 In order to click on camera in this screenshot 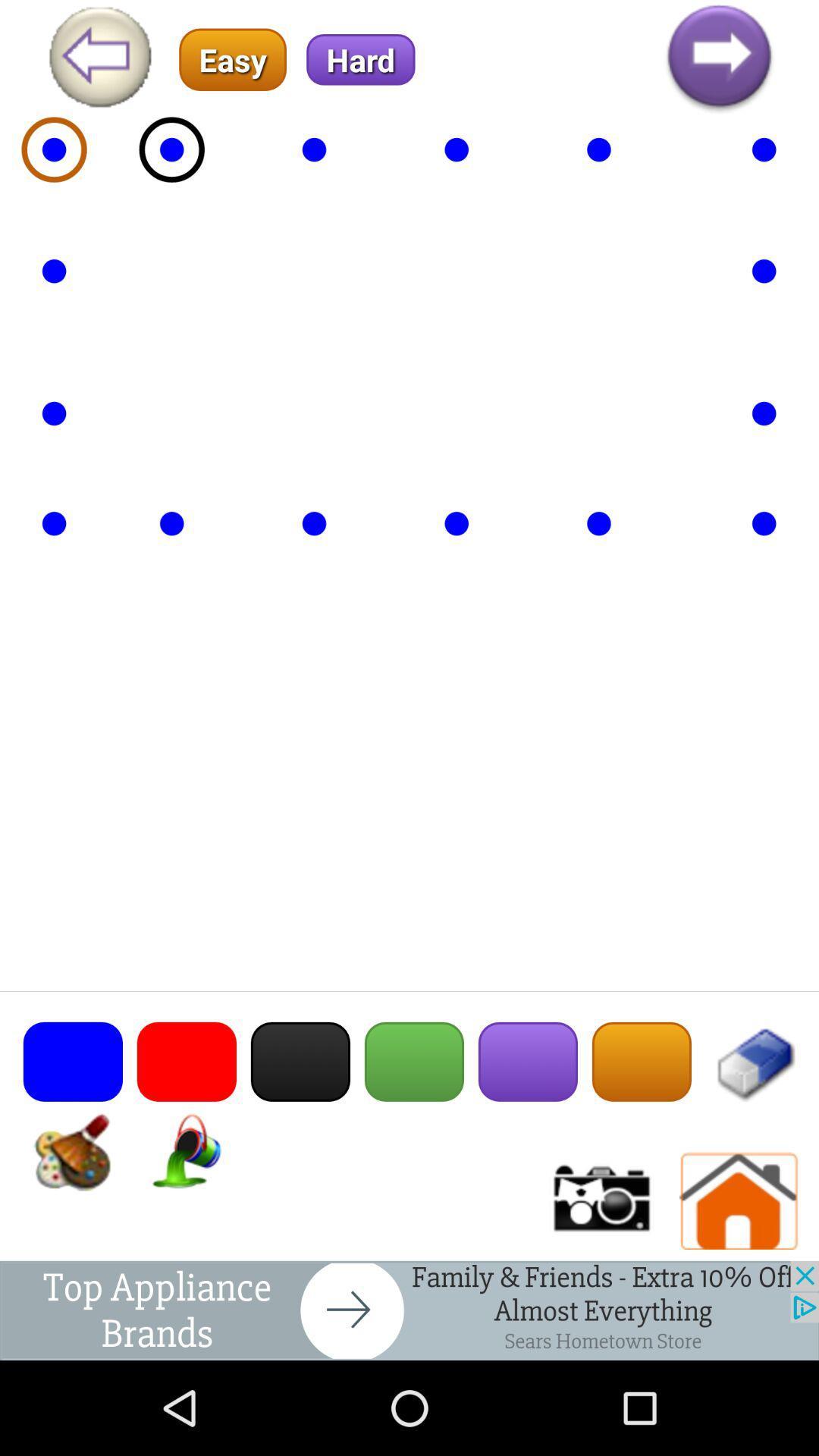, I will do `click(599, 1200)`.